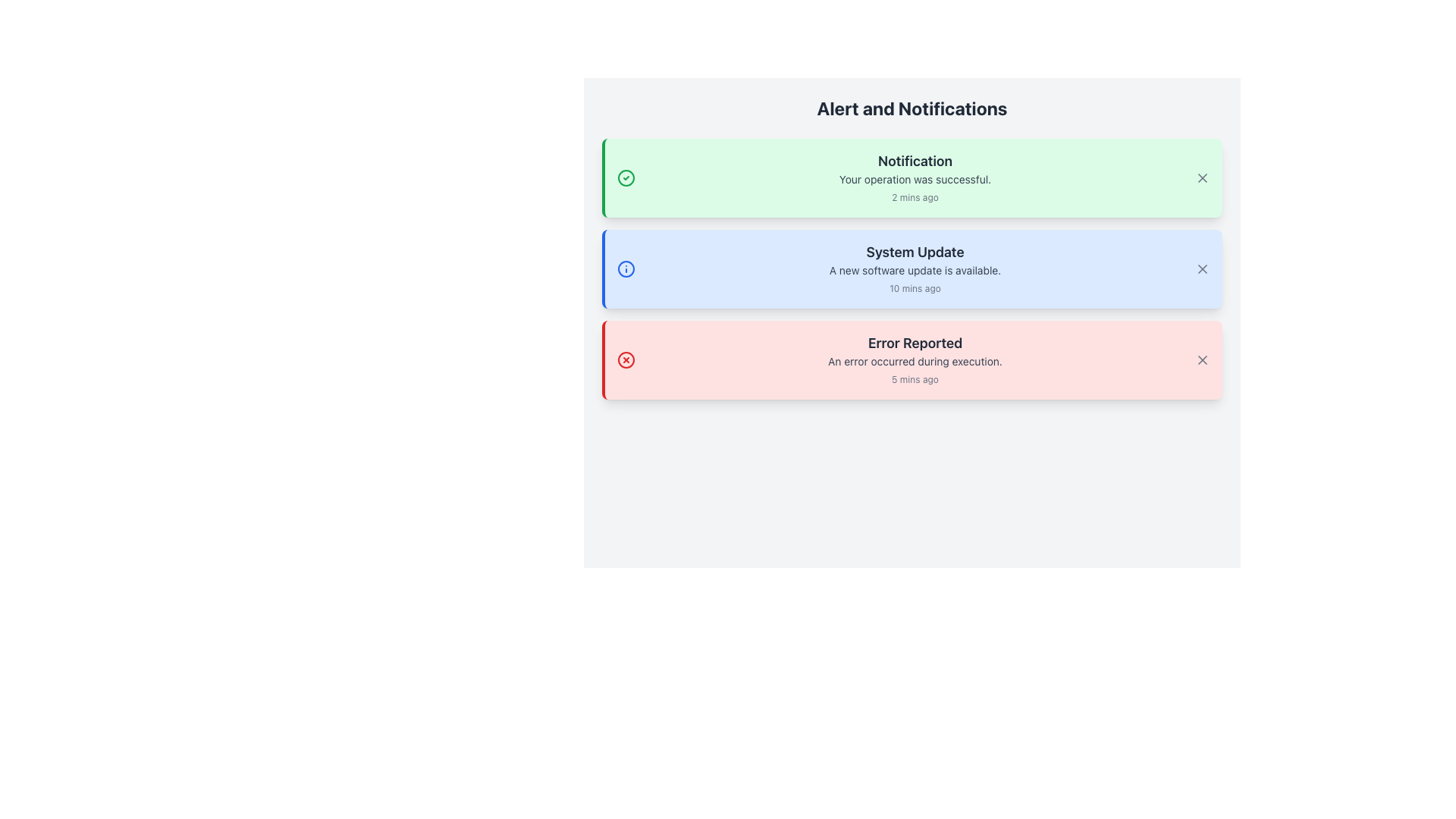 The image size is (1456, 819). I want to click on the error indicator icon located to the left of the 'Error Reported' header within the notification card, so click(626, 359).